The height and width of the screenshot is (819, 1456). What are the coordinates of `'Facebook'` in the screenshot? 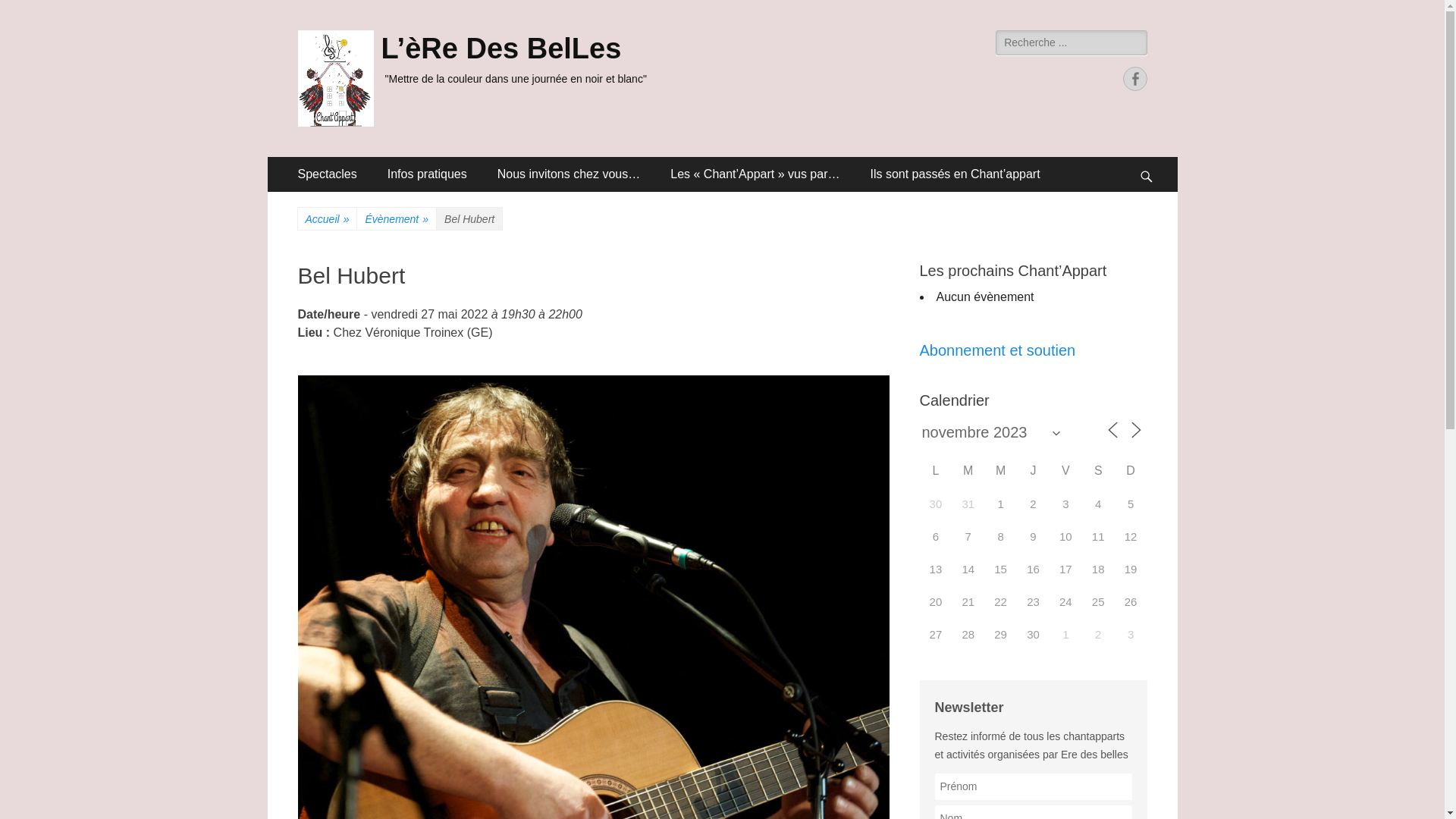 It's located at (1134, 79).